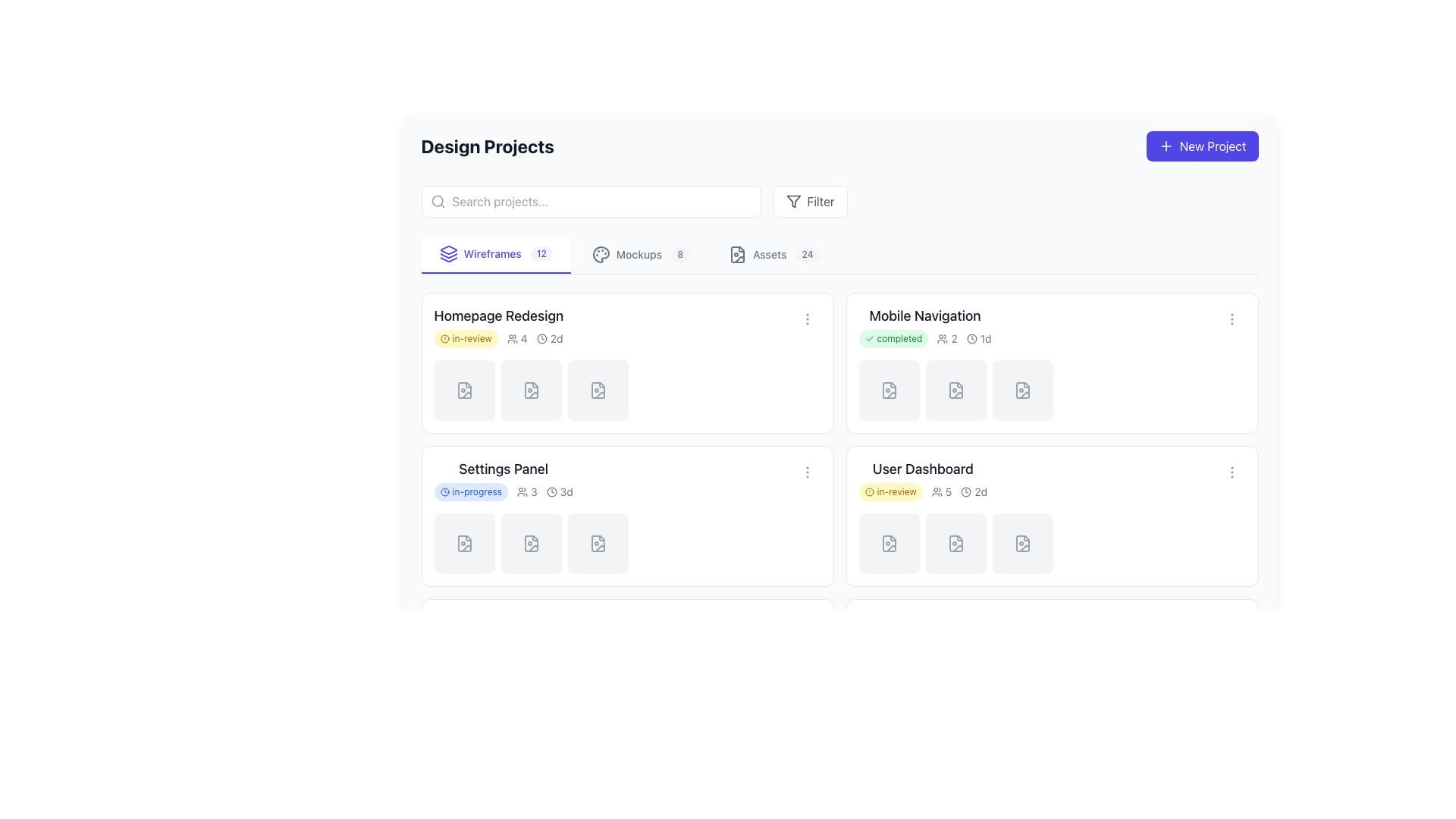 The height and width of the screenshot is (819, 1456). Describe the element at coordinates (1022, 390) in the screenshot. I see `the square-shaped card with a file icon, which is the third element in the Mobile Navigation section` at that location.